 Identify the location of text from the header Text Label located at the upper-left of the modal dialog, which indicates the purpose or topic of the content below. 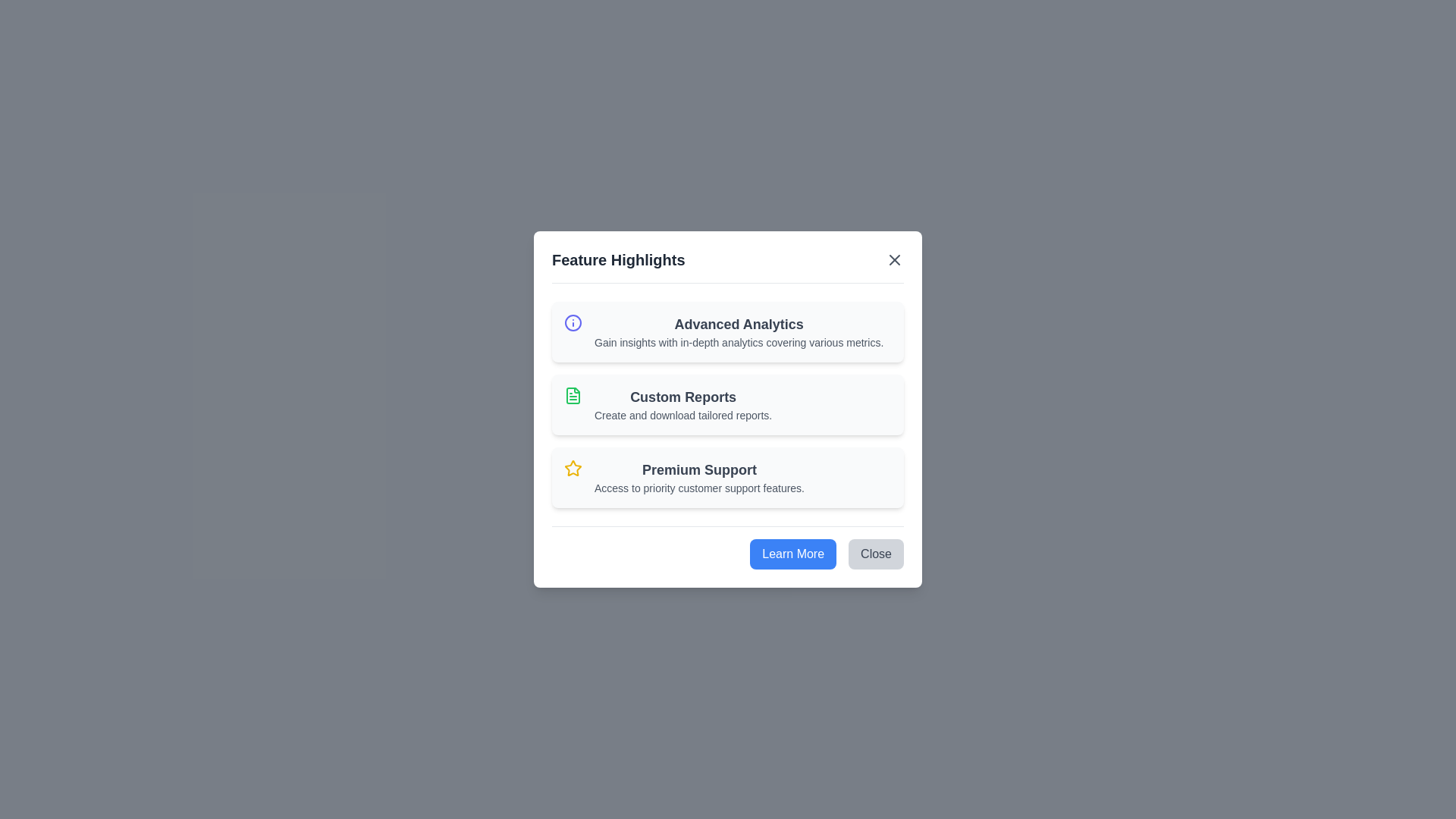
(618, 259).